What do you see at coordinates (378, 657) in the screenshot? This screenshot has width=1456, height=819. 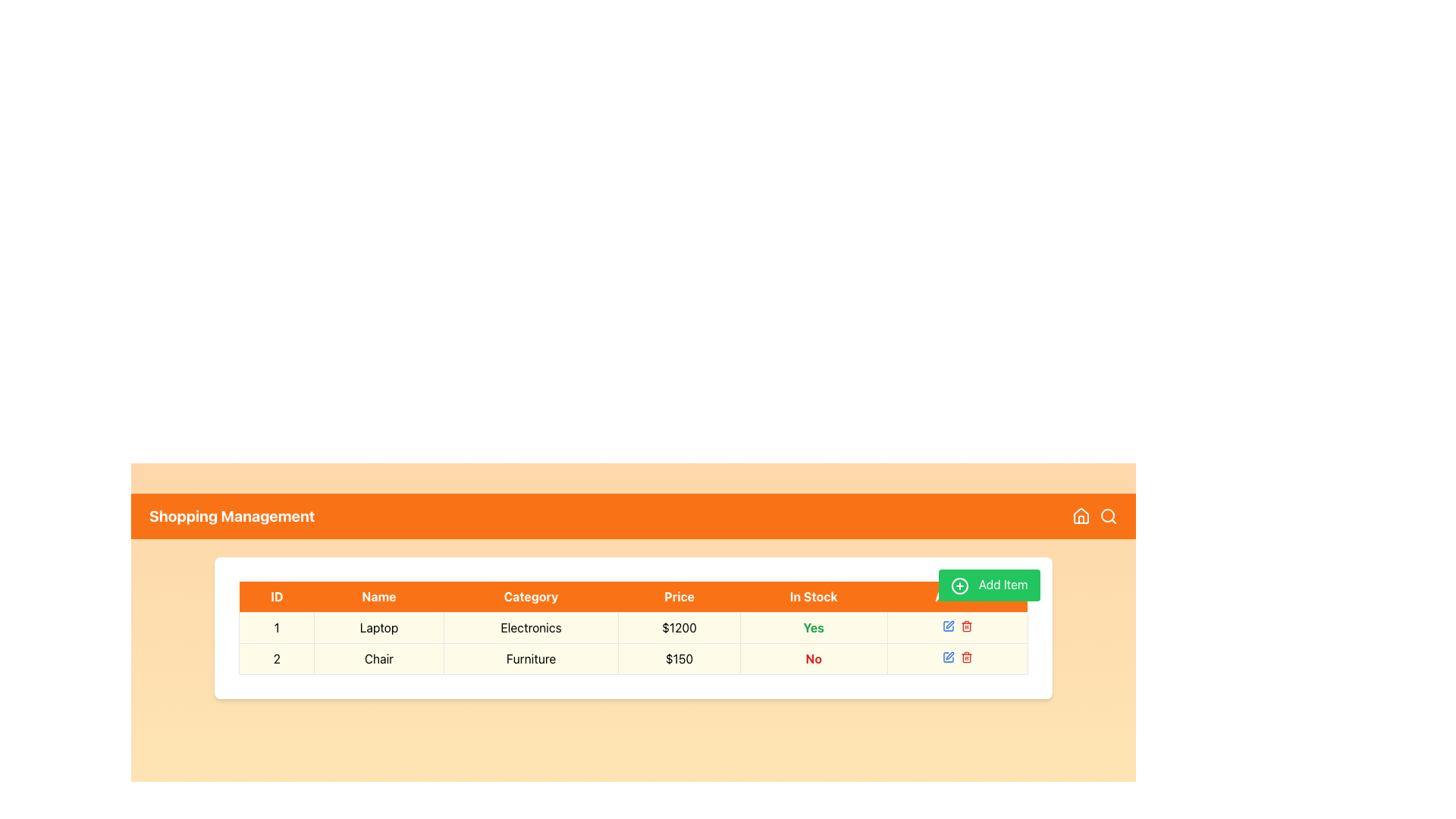 I see `the table cell containing the word 'Chair', which is the second cell in the second row under the 'Name' column` at bounding box center [378, 657].